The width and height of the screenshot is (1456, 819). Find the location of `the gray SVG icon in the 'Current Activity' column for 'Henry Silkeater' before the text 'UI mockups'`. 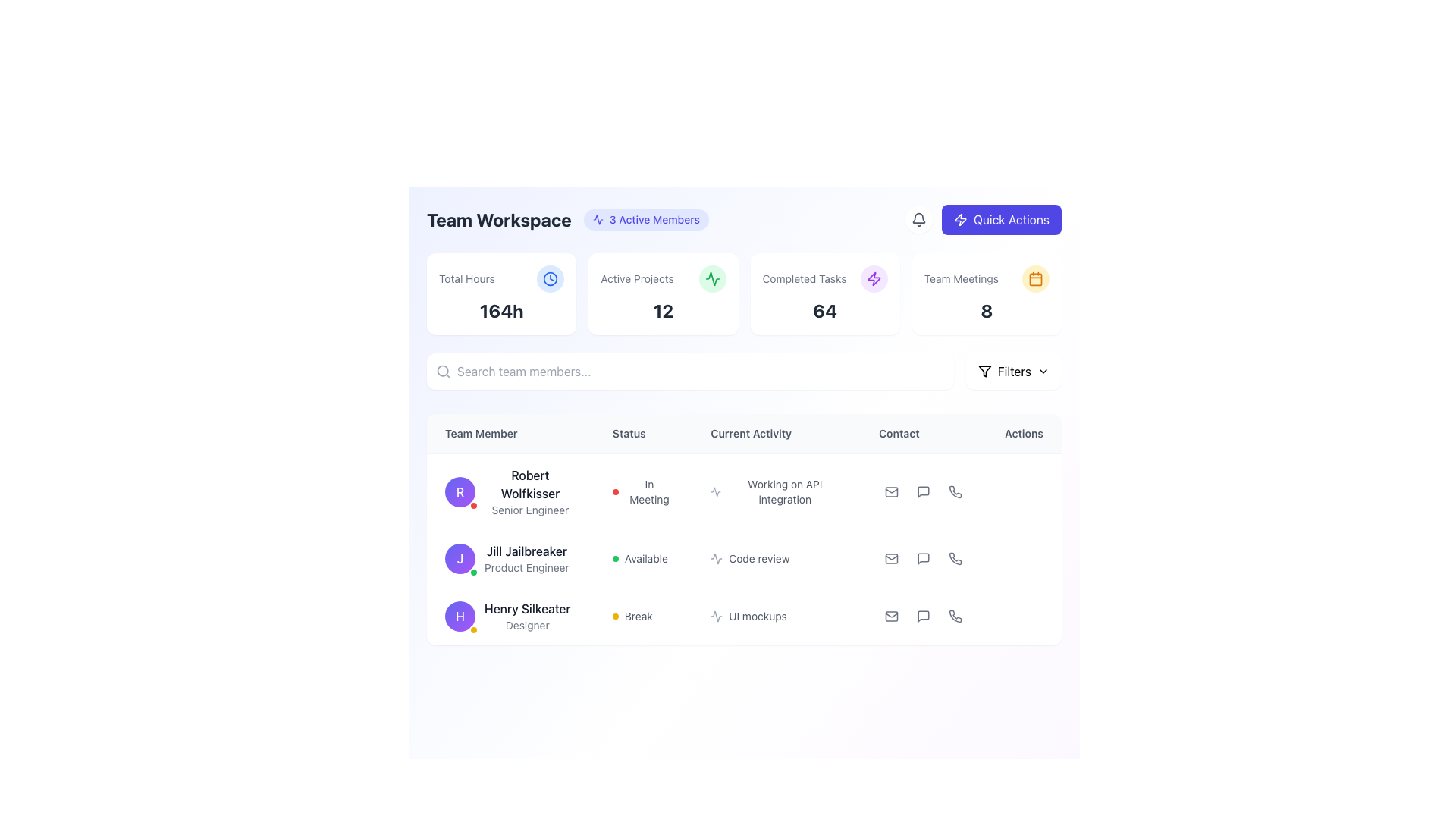

the gray SVG icon in the 'Current Activity' column for 'Henry Silkeater' before the text 'UI mockups' is located at coordinates (716, 617).